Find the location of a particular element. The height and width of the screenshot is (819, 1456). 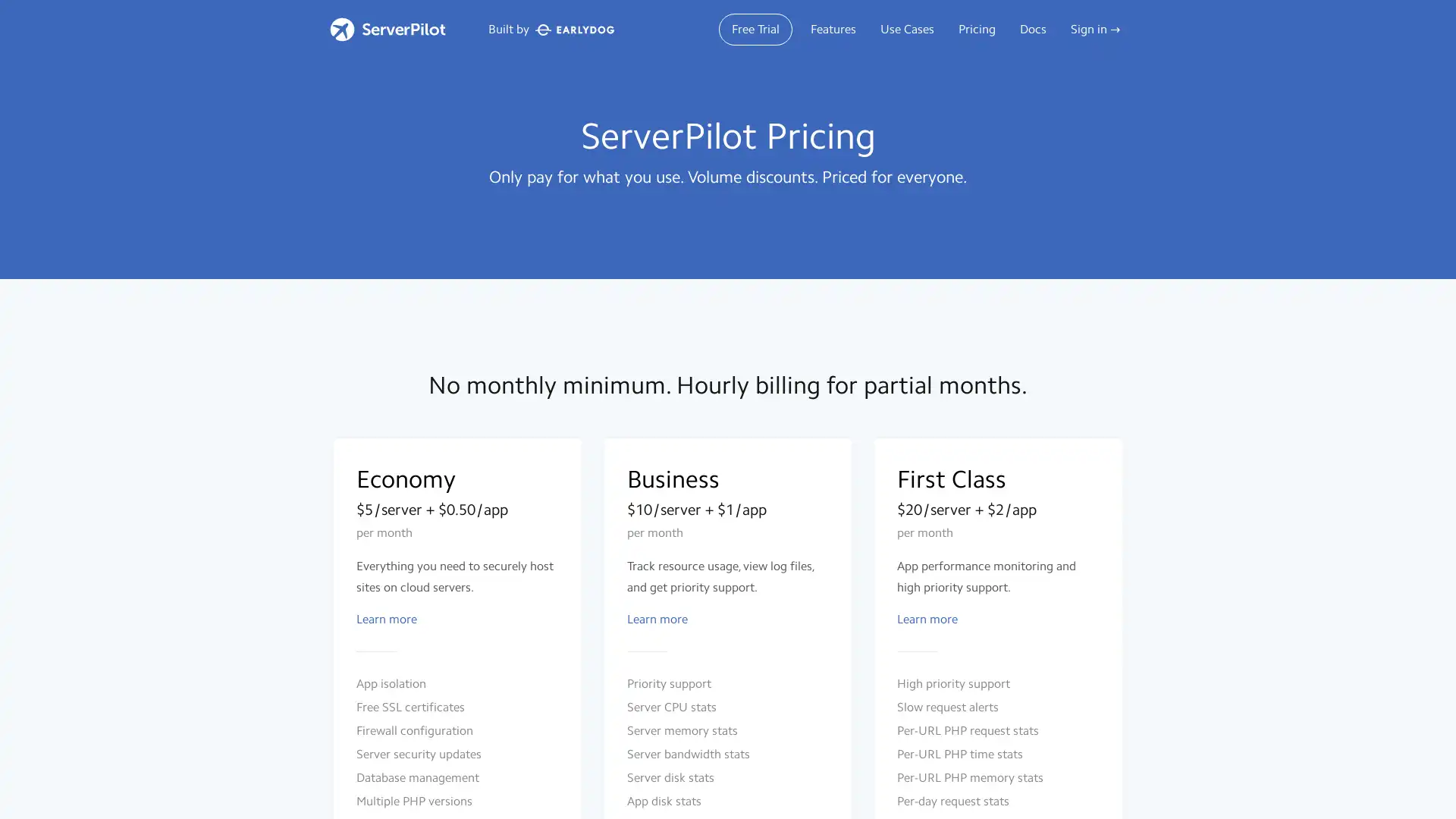

Docs is located at coordinates (1032, 29).